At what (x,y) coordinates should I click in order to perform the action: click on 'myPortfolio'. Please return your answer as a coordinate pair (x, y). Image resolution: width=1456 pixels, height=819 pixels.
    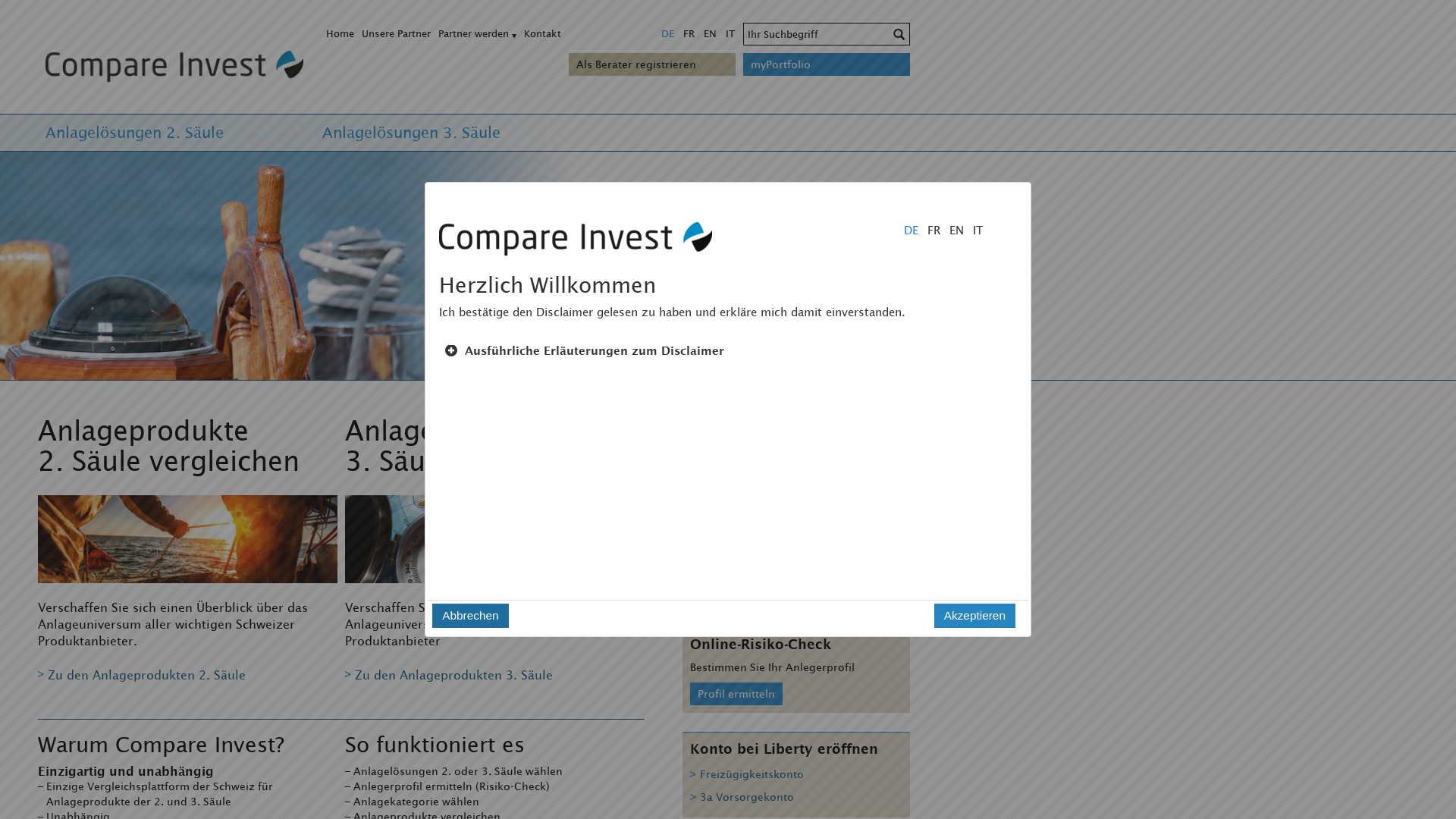
    Looking at the image, I should click on (825, 63).